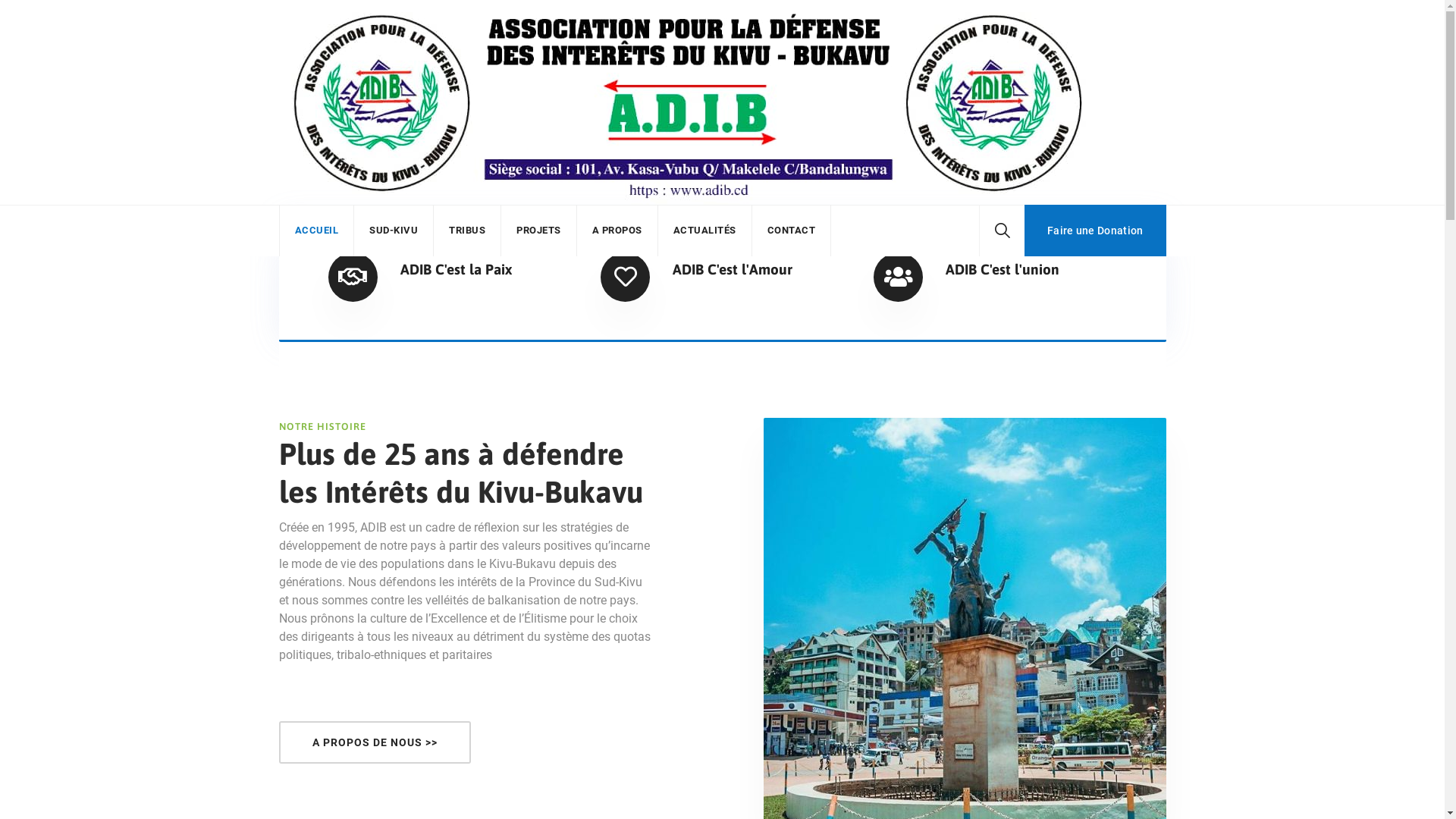 The height and width of the screenshot is (819, 1456). What do you see at coordinates (375, 742) in the screenshot?
I see `'A PROPOS DE NOUS >>'` at bounding box center [375, 742].